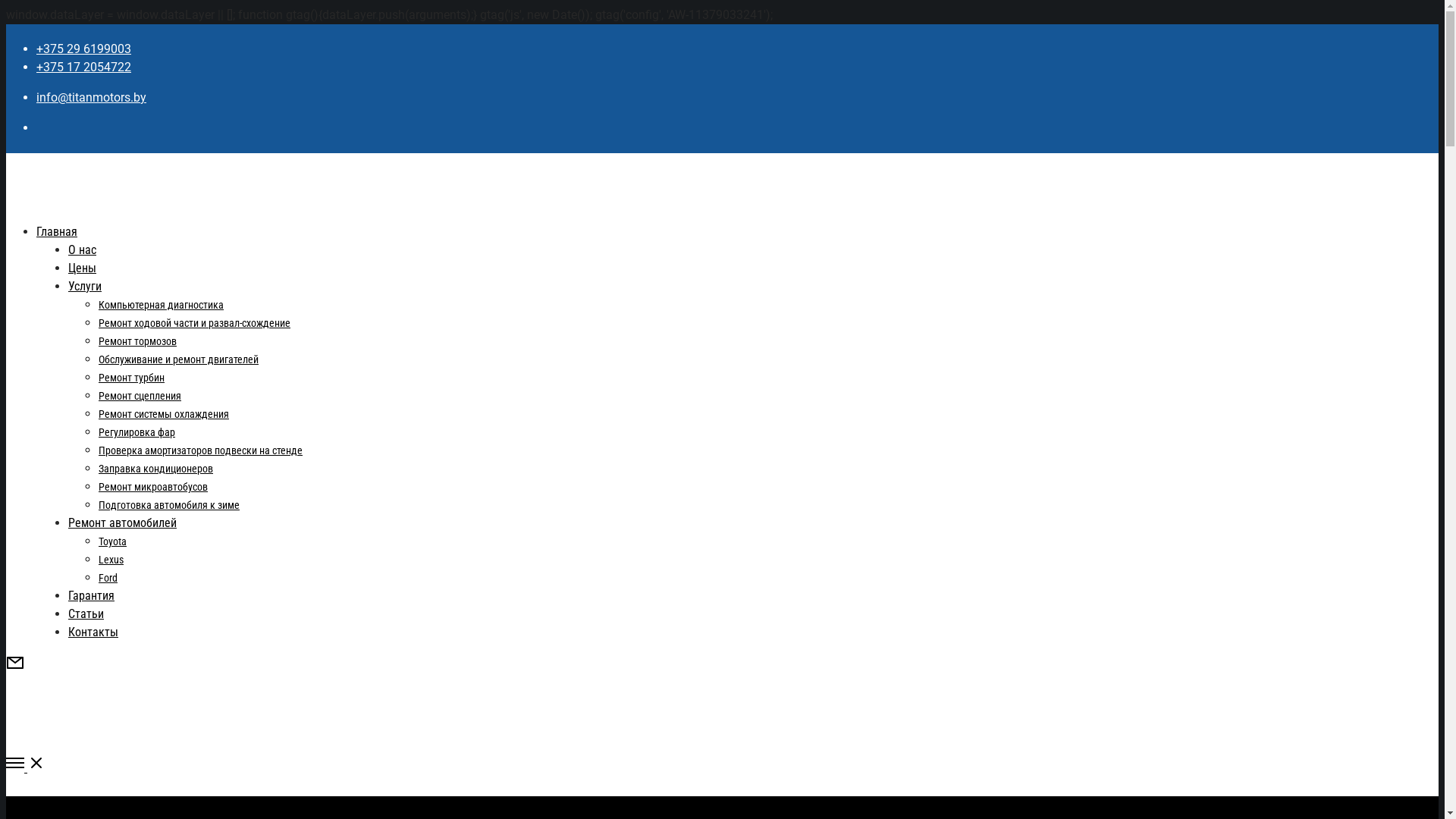 The width and height of the screenshot is (1456, 819). I want to click on 'info@titanmotors.by', so click(36, 97).